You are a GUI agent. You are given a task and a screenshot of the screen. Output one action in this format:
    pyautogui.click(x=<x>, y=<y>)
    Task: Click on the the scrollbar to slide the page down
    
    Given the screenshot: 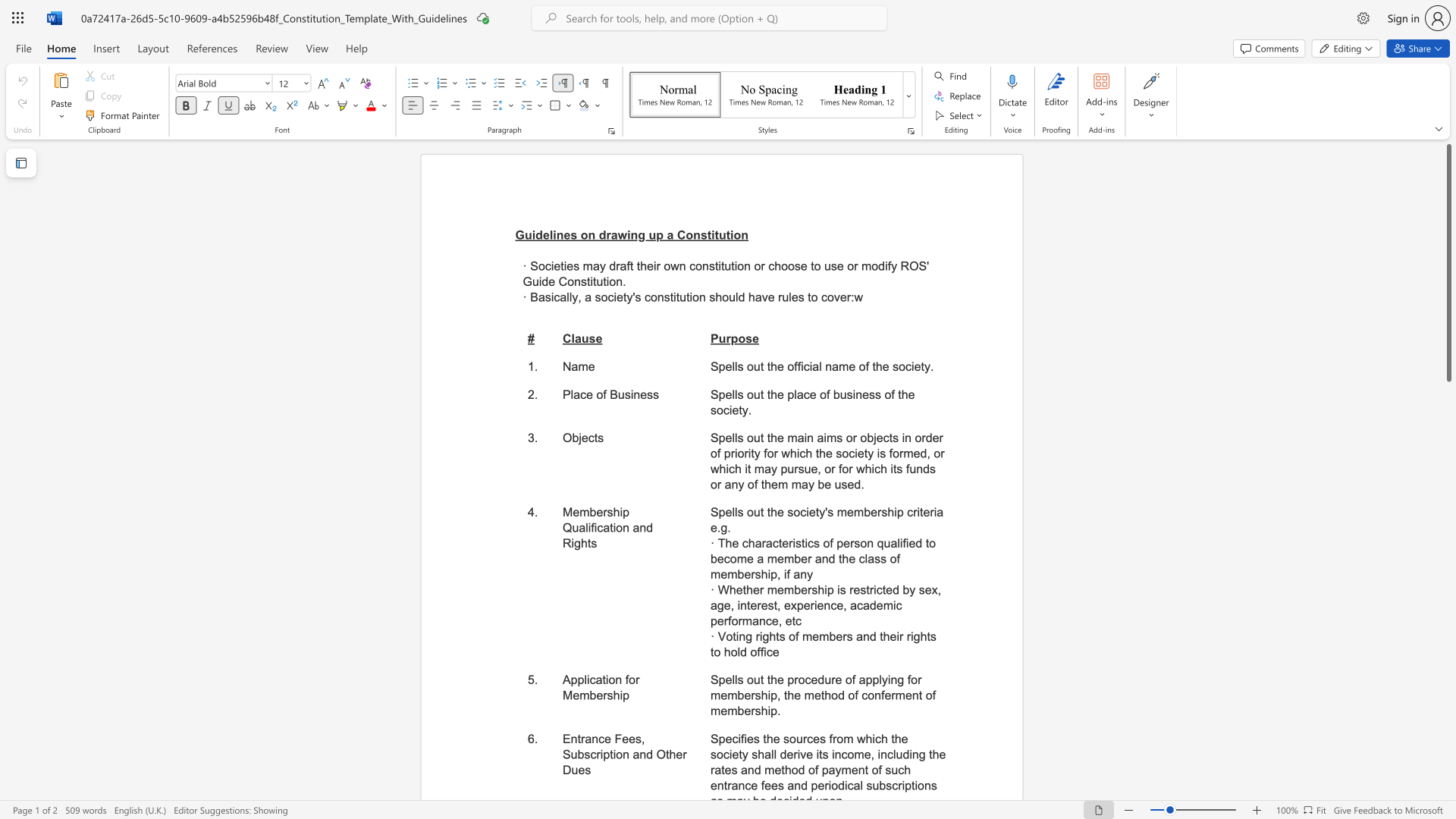 What is the action you would take?
    pyautogui.click(x=1448, y=751)
    